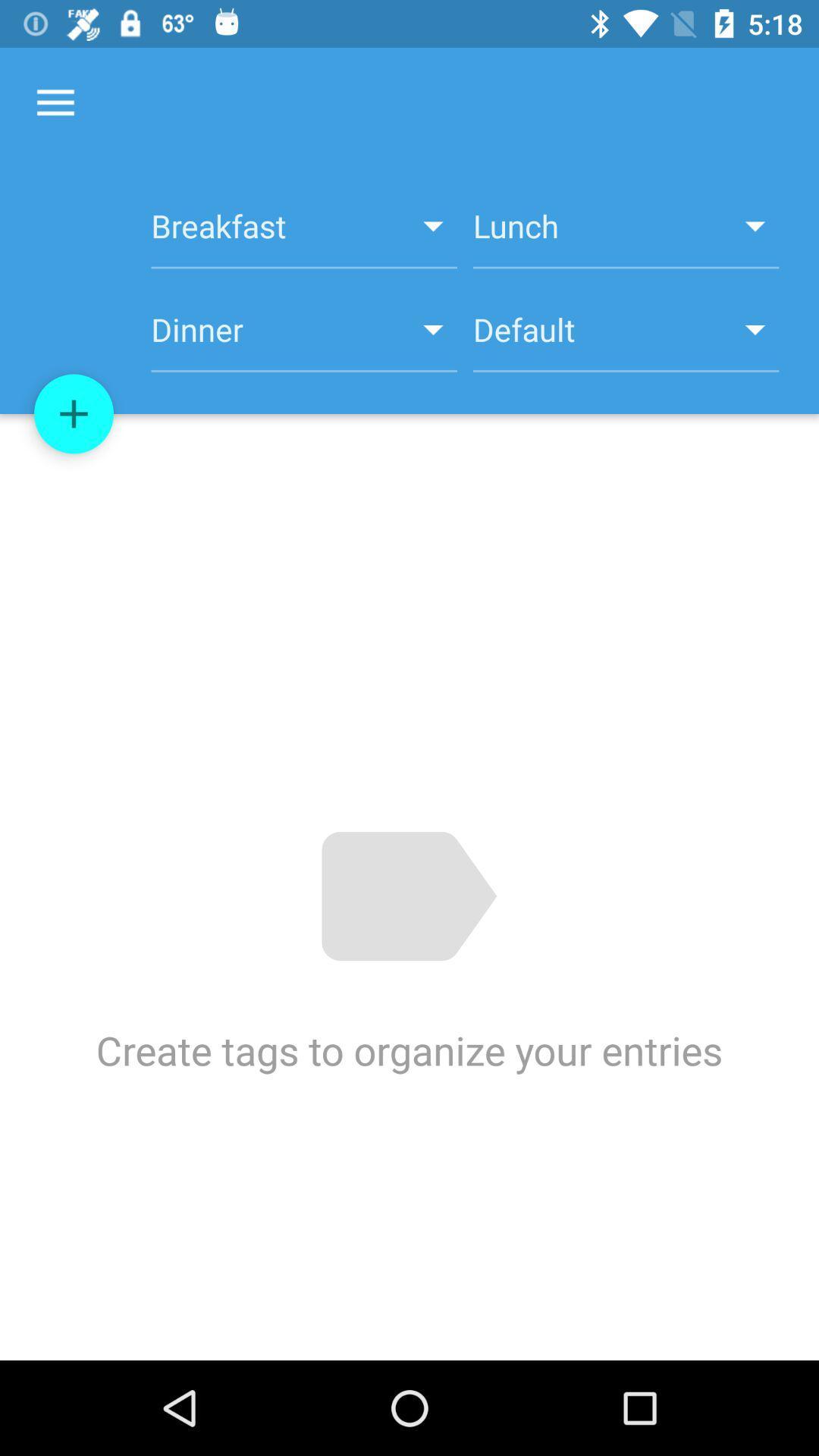 This screenshot has width=819, height=1456. Describe the element at coordinates (74, 414) in the screenshot. I see `a new blood sugar` at that location.